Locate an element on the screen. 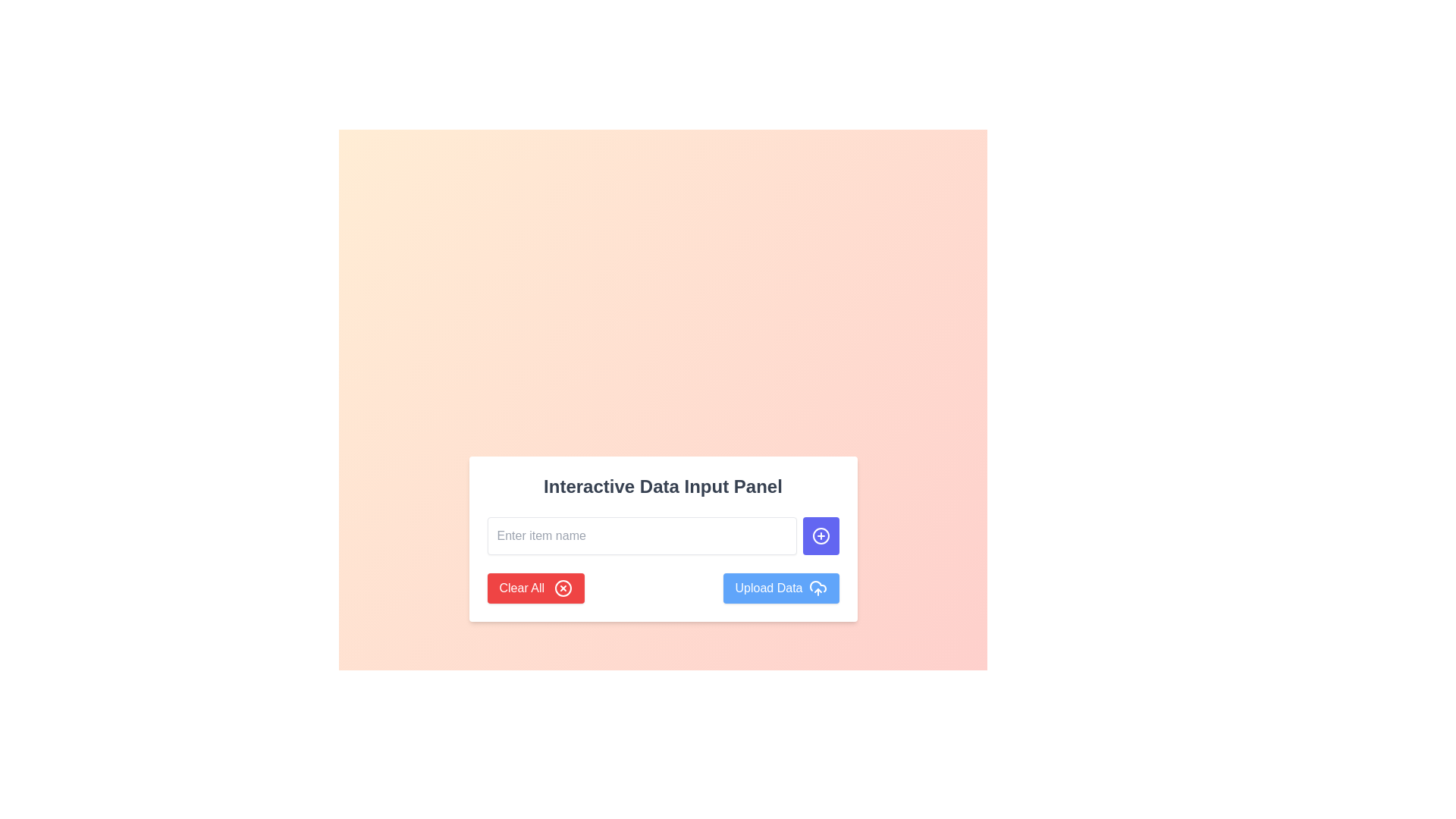 The image size is (1456, 819). the vibrant blue circular graphic with a 2px-width stroke, part of the 'circle-plus' icon located to the right of a text input field in the data input panel is located at coordinates (820, 535).